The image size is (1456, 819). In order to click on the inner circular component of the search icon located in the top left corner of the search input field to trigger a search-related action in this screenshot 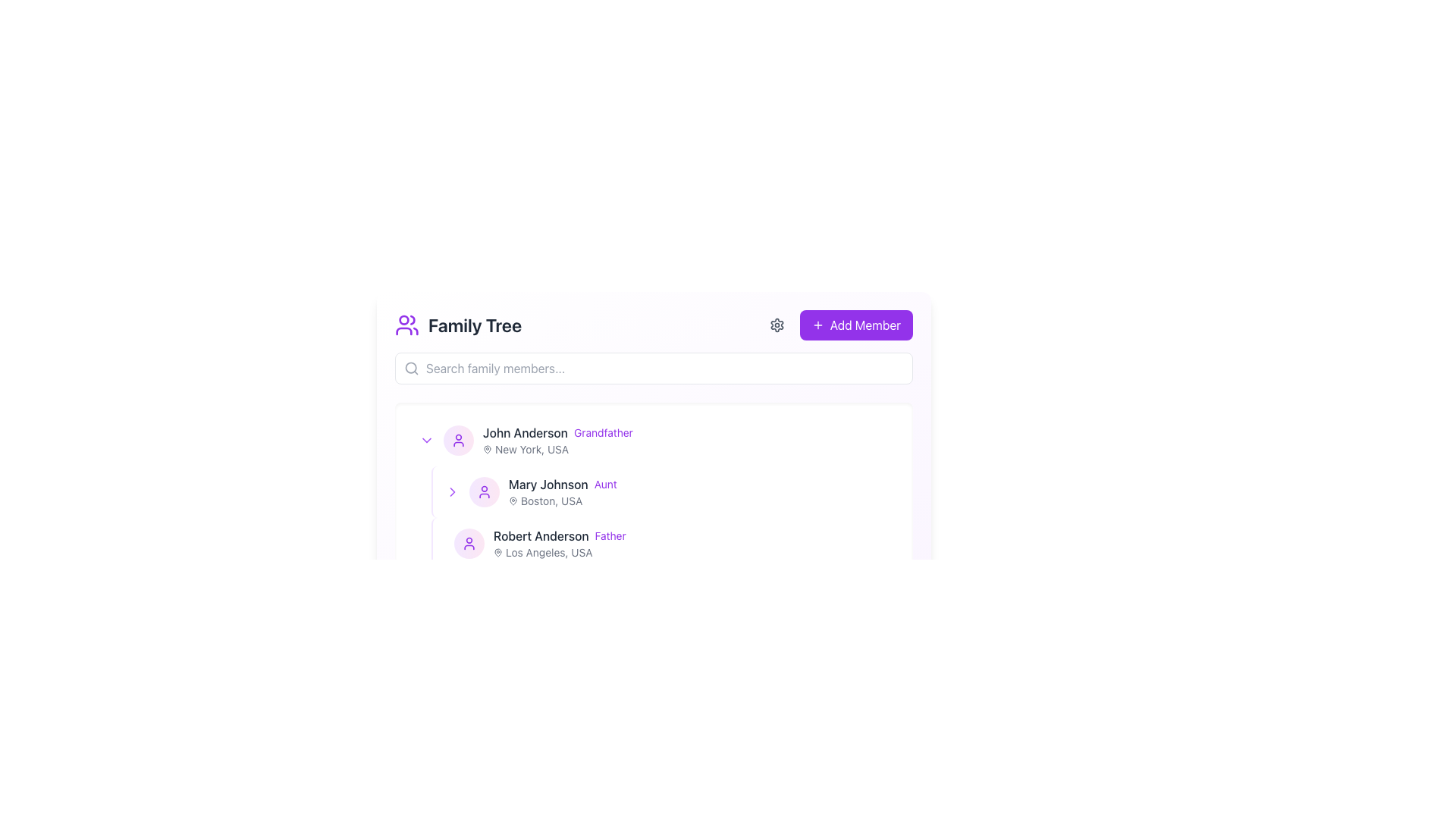, I will do `click(411, 368)`.